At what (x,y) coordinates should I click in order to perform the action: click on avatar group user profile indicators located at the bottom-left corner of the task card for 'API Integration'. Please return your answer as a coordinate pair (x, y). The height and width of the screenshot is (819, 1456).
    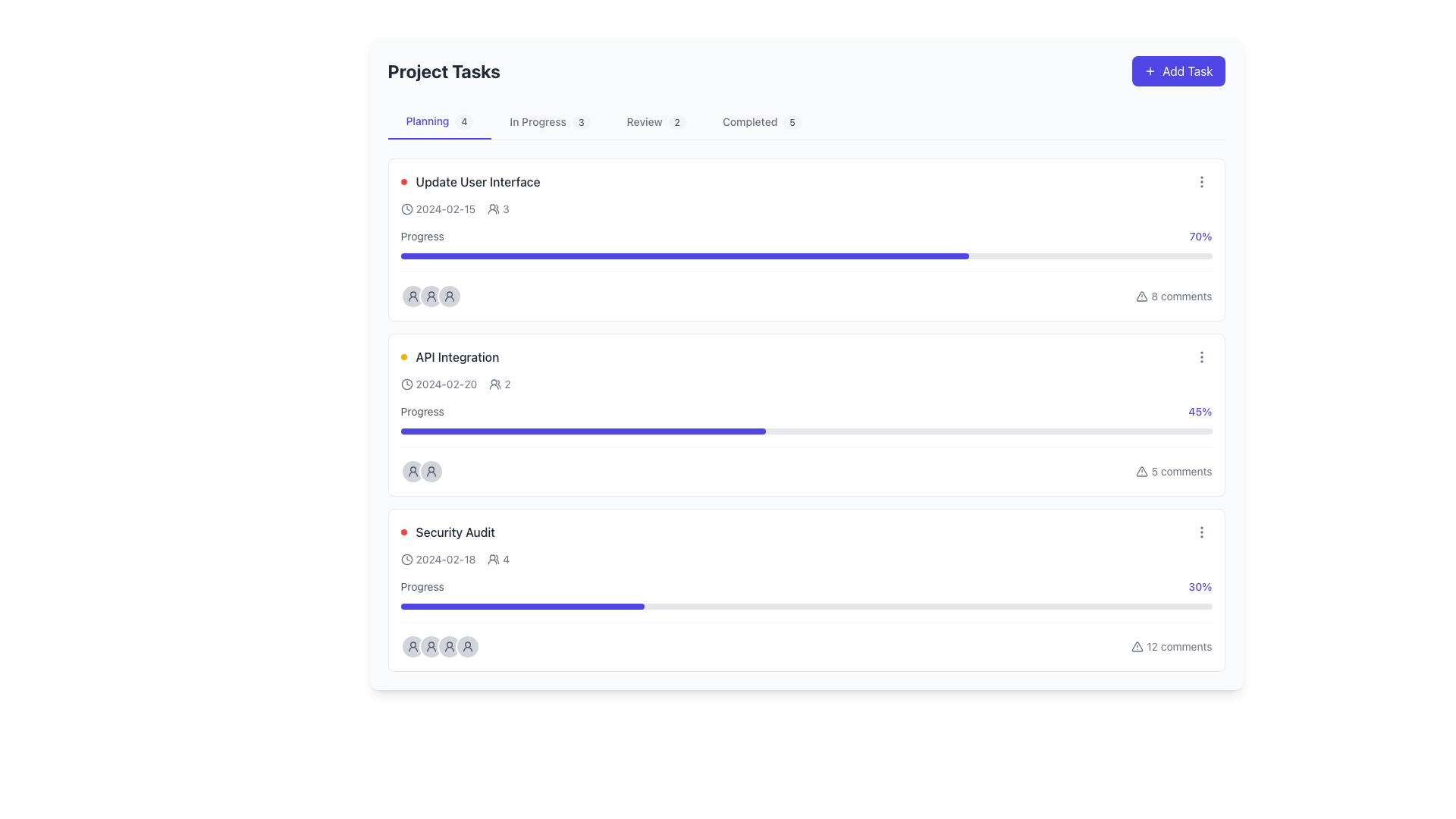
    Looking at the image, I should click on (422, 470).